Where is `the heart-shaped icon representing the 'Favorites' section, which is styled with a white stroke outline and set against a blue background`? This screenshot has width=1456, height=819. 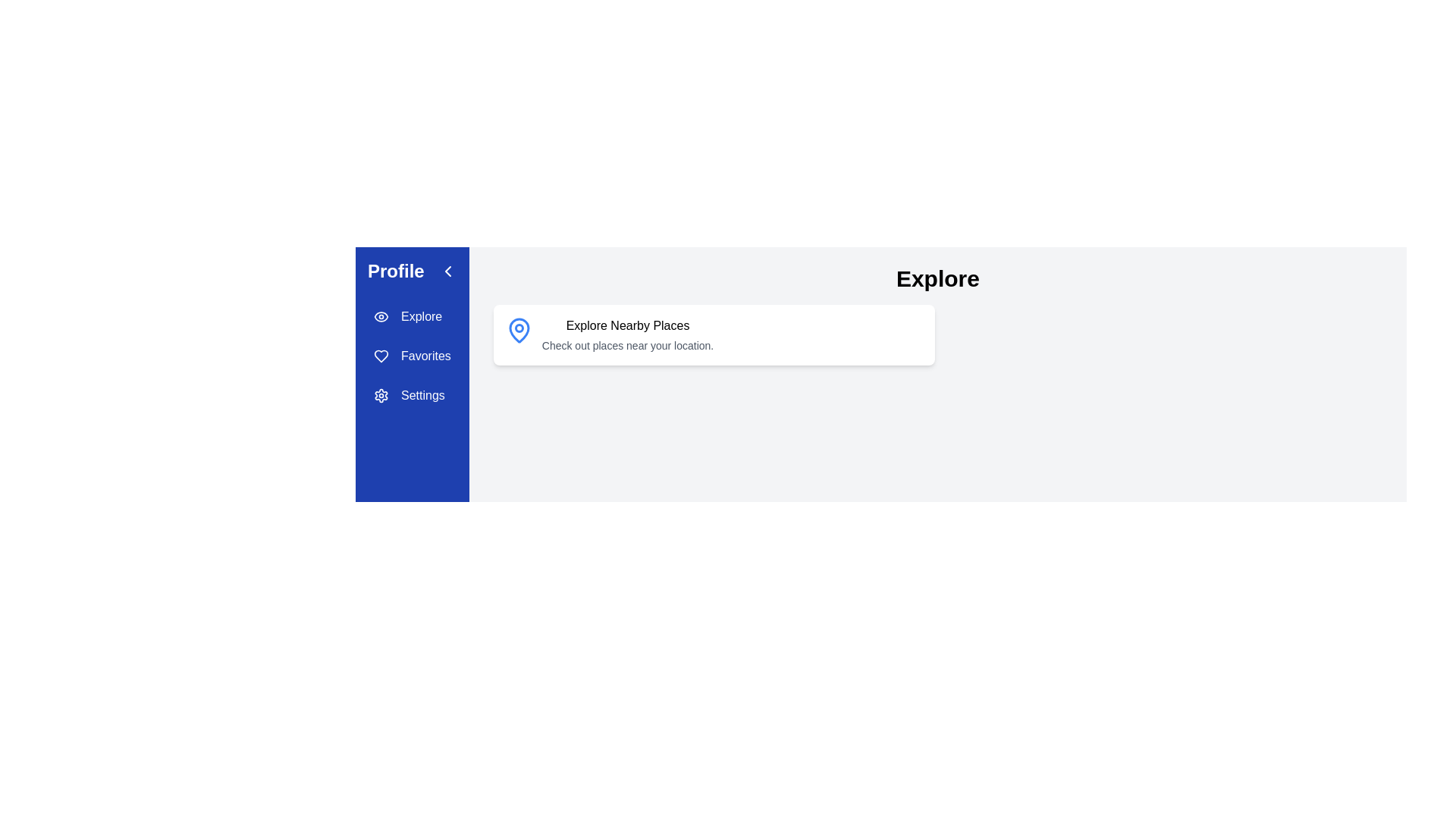
the heart-shaped icon representing the 'Favorites' section, which is styled with a white stroke outline and set against a blue background is located at coordinates (381, 356).